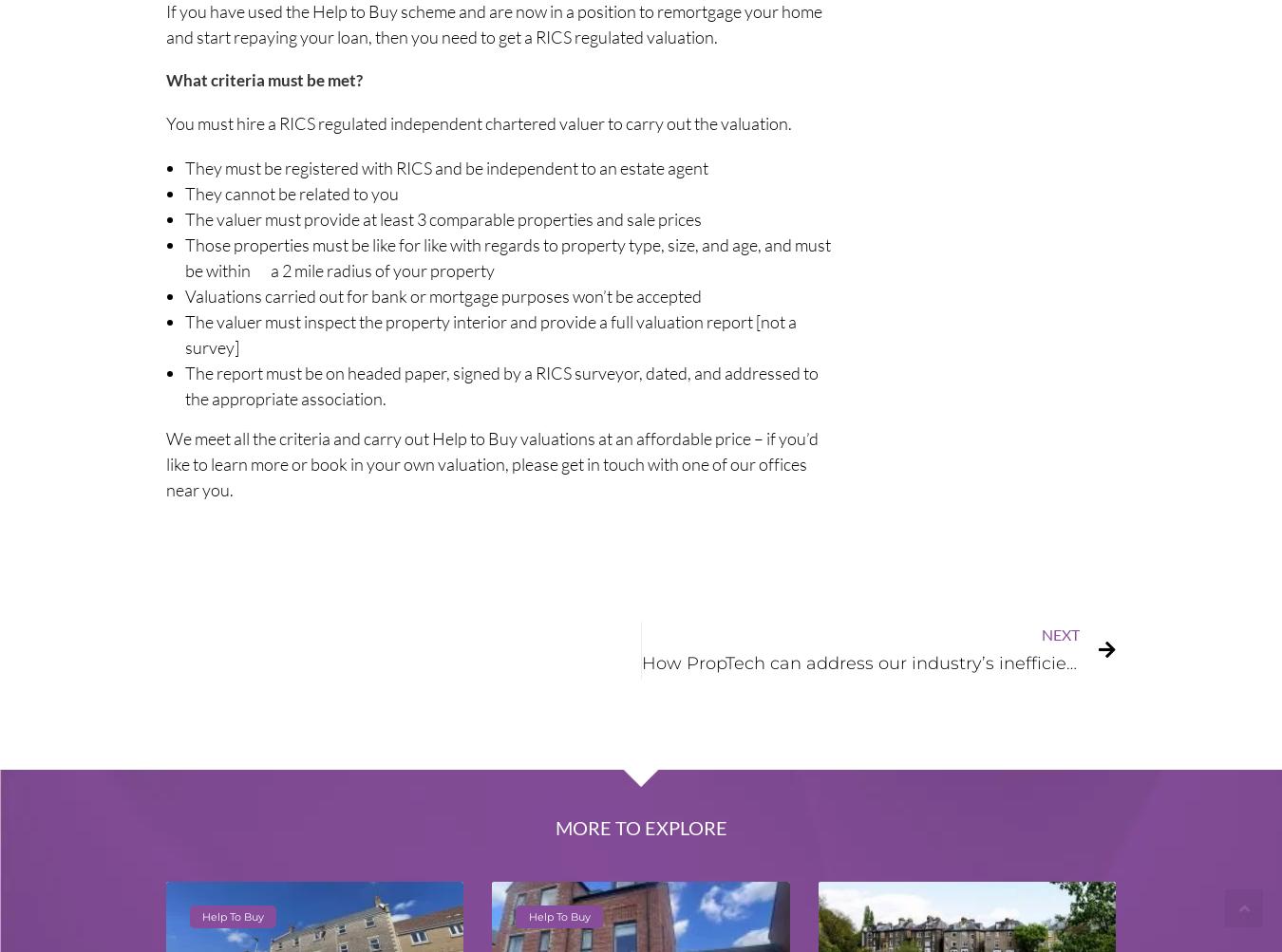 The image size is (1282, 952). What do you see at coordinates (875, 663) in the screenshot?
I see `'How PropTech can address our industry’s inefficiencies'` at bounding box center [875, 663].